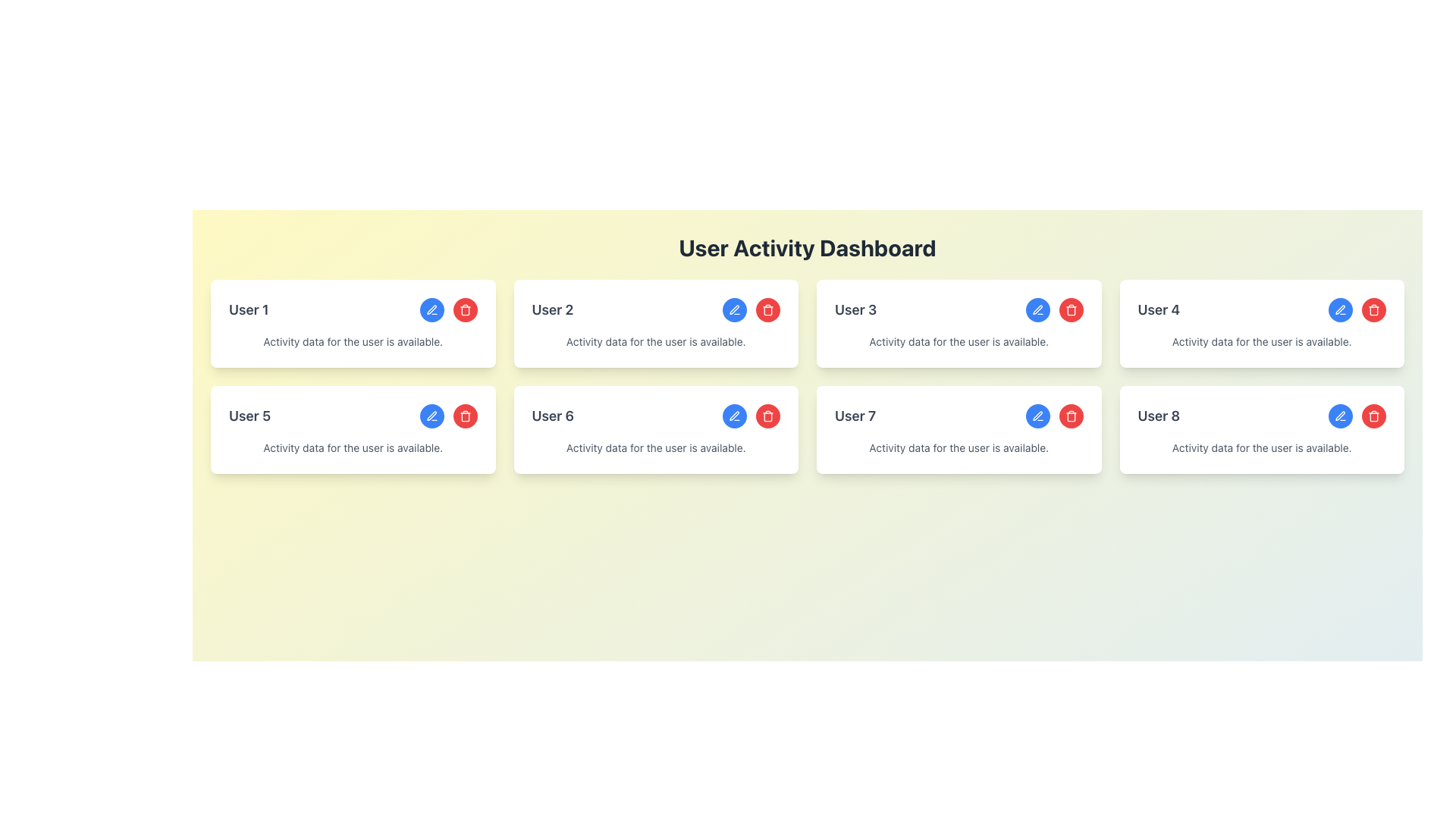 Image resolution: width=1456 pixels, height=819 pixels. Describe the element at coordinates (352, 447) in the screenshot. I see `the static informational text that reads 'Activity data for the user is available.' located within the card titled 'User 5'` at that location.